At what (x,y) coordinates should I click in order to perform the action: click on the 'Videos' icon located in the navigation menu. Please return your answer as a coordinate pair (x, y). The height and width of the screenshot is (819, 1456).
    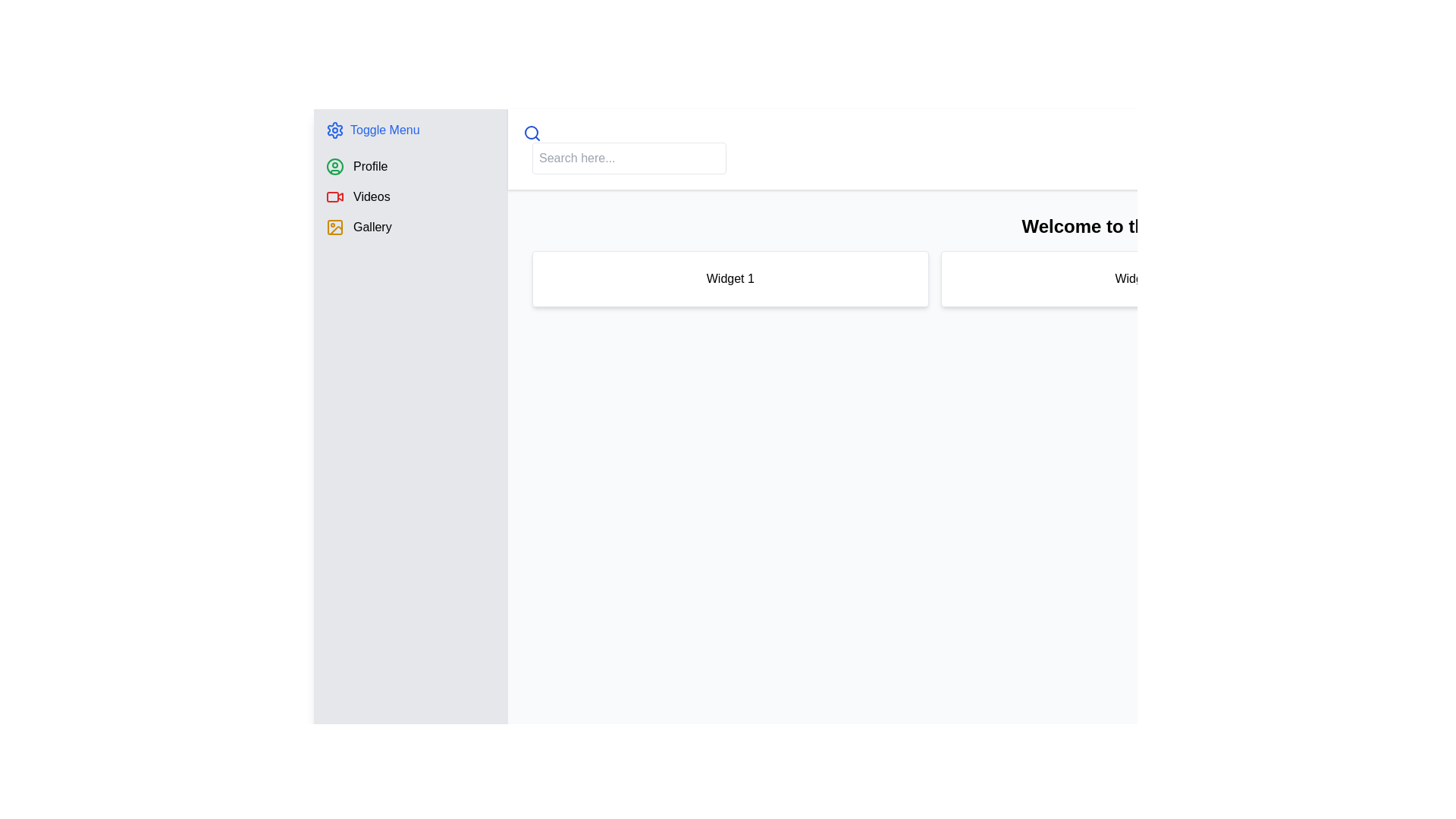
    Looking at the image, I should click on (334, 196).